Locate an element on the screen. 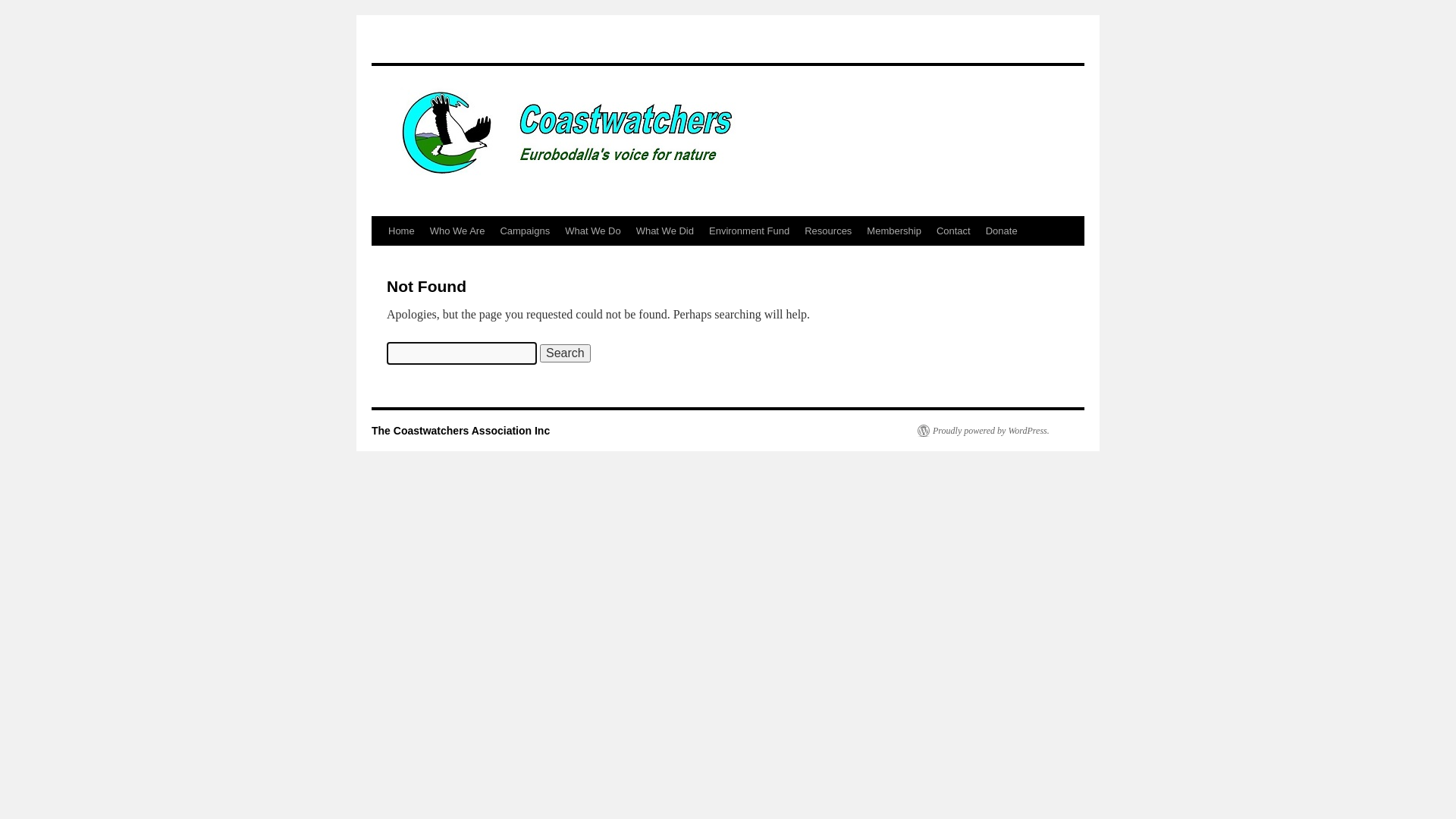 Image resolution: width=1456 pixels, height=819 pixels. 'What We Did' is located at coordinates (665, 231).